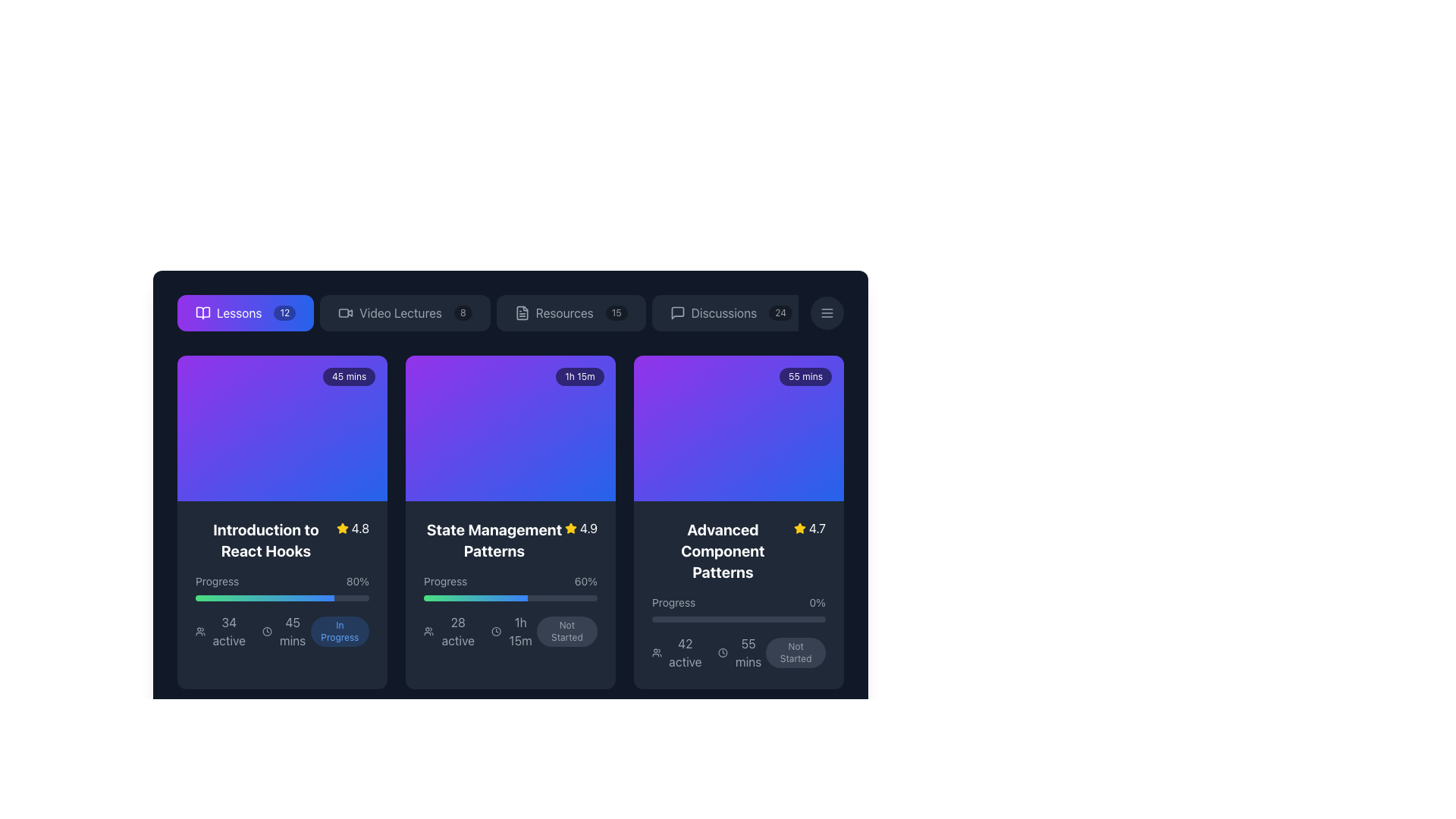 Image resolution: width=1456 pixels, height=819 pixels. I want to click on the static text label indicating 0% progress, located in the lower-right portion of the 'Advanced Component Patterns' card, right of the word 'Progress', so click(817, 601).